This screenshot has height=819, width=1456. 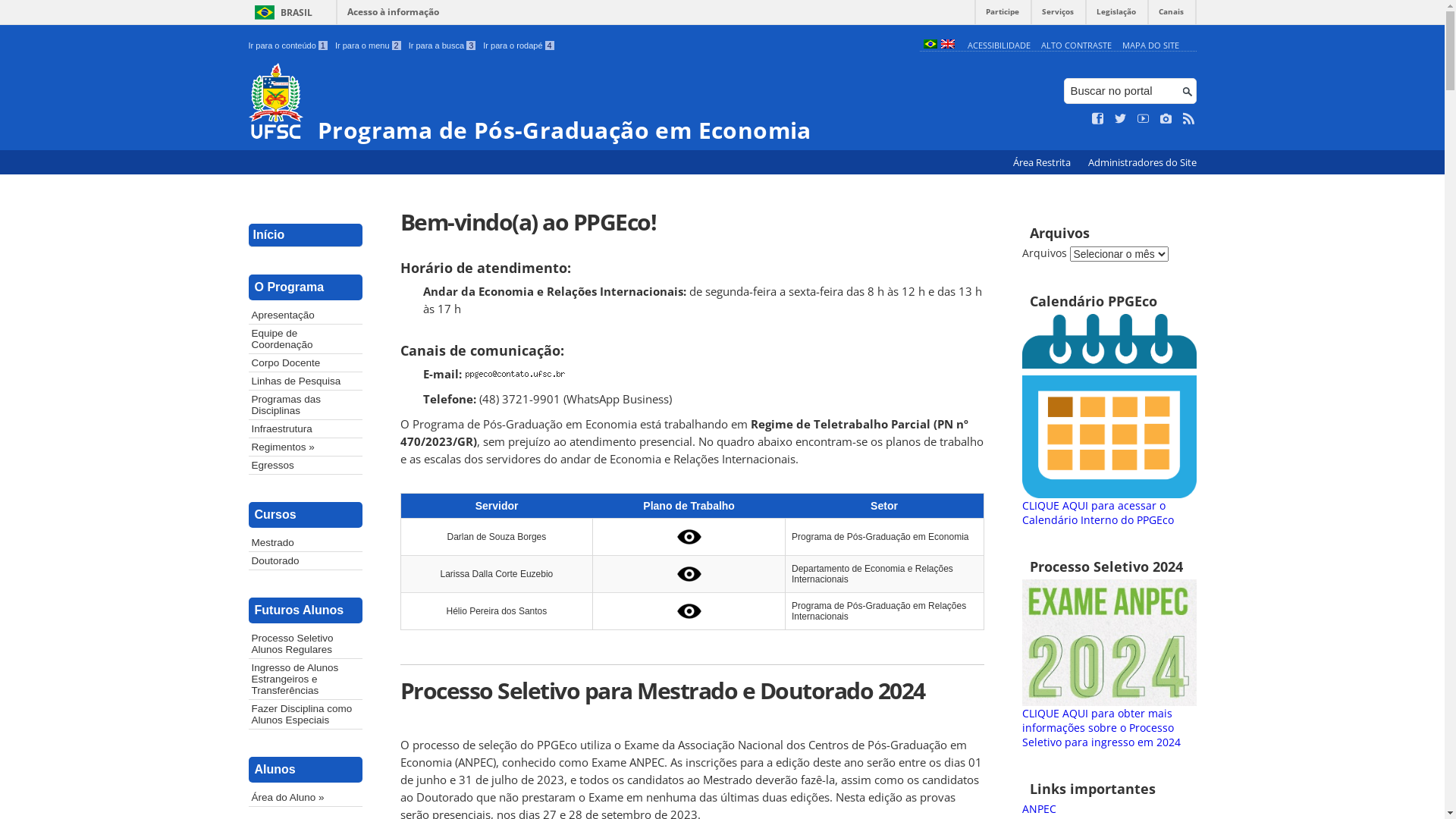 I want to click on 'Administradores do Site', so click(x=1141, y=162).